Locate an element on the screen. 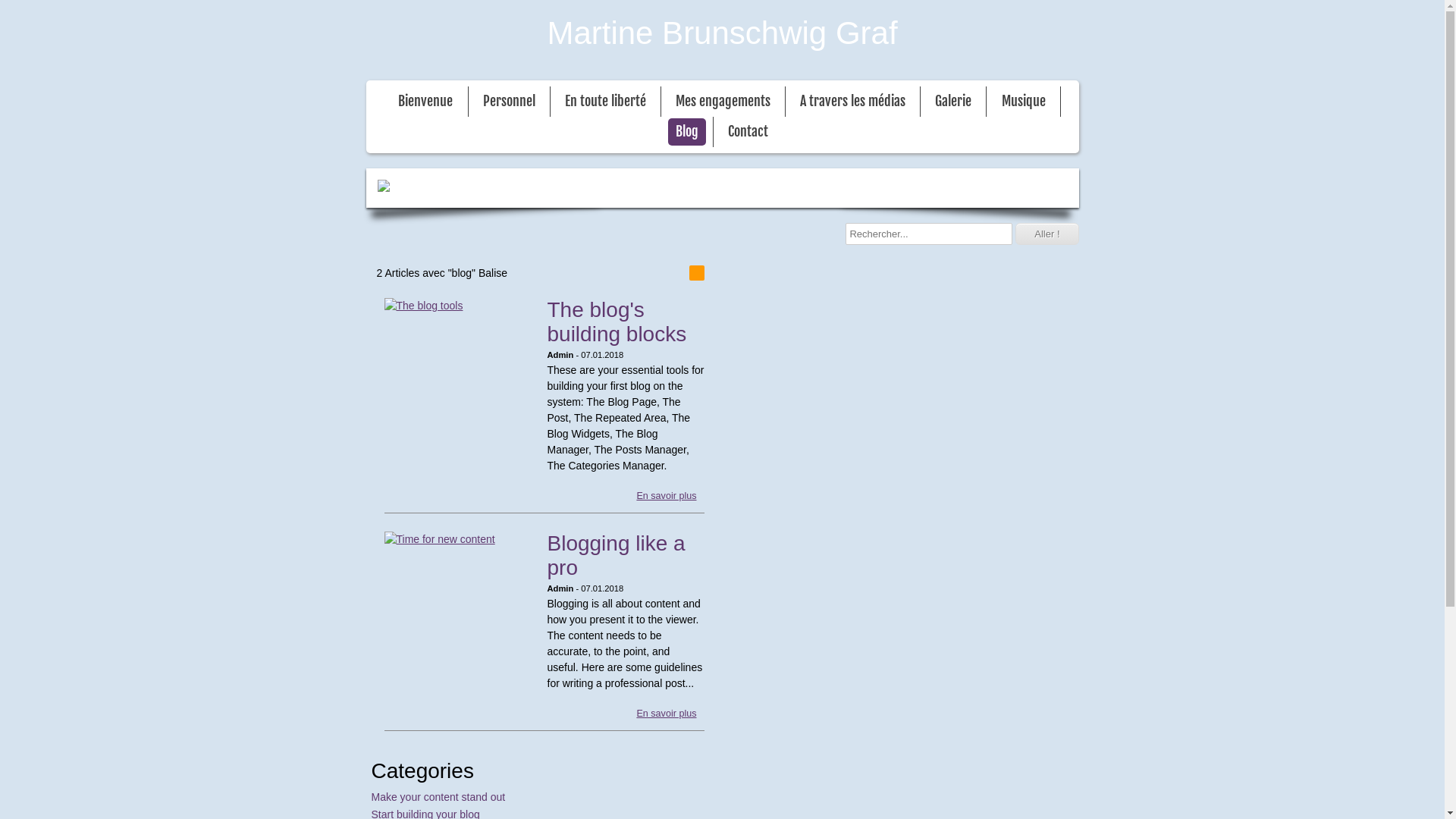 The width and height of the screenshot is (1456, 819). 'Martine Brunschwig Graf' is located at coordinates (720, 32).